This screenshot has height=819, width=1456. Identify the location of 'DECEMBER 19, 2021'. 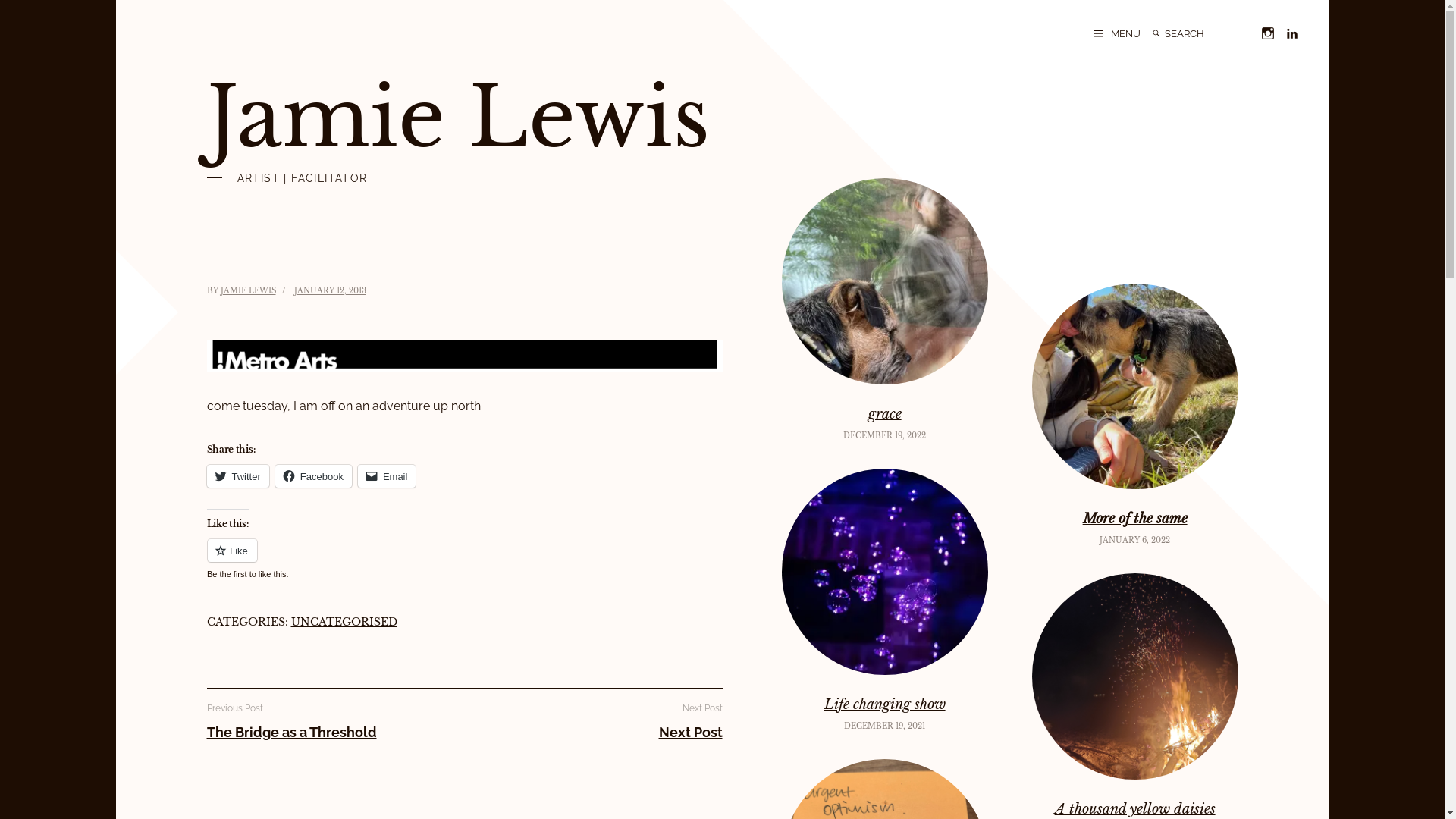
(884, 725).